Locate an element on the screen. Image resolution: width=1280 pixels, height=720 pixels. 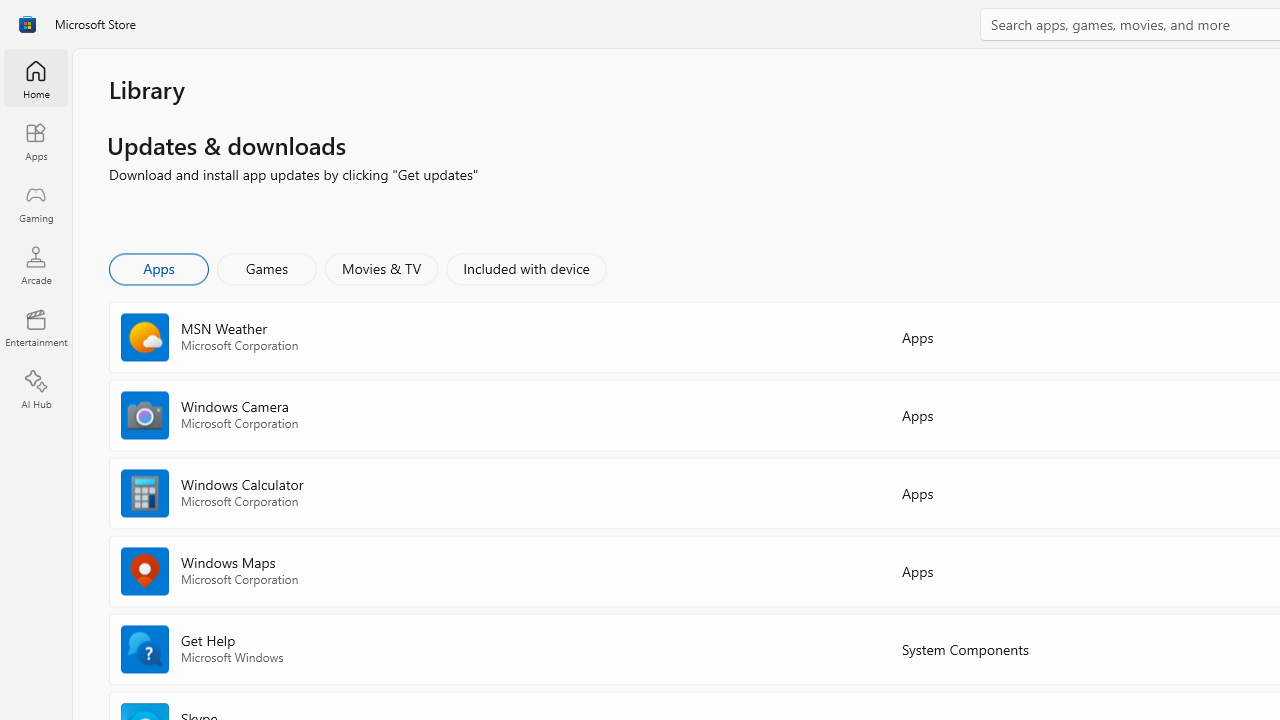
'Movies & TV' is located at coordinates (381, 267).